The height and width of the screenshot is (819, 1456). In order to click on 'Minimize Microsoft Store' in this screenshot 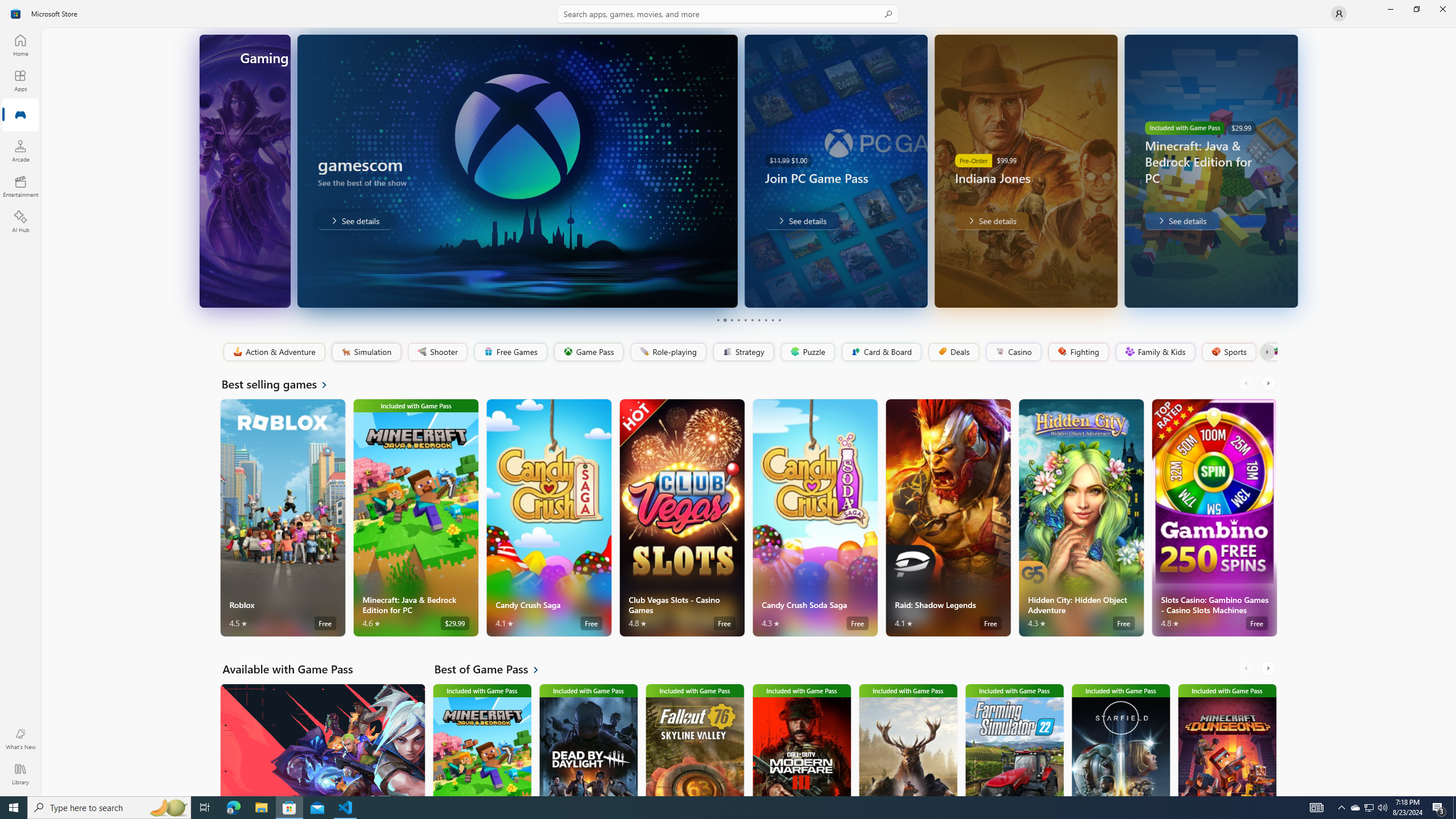, I will do `click(1389, 9)`.